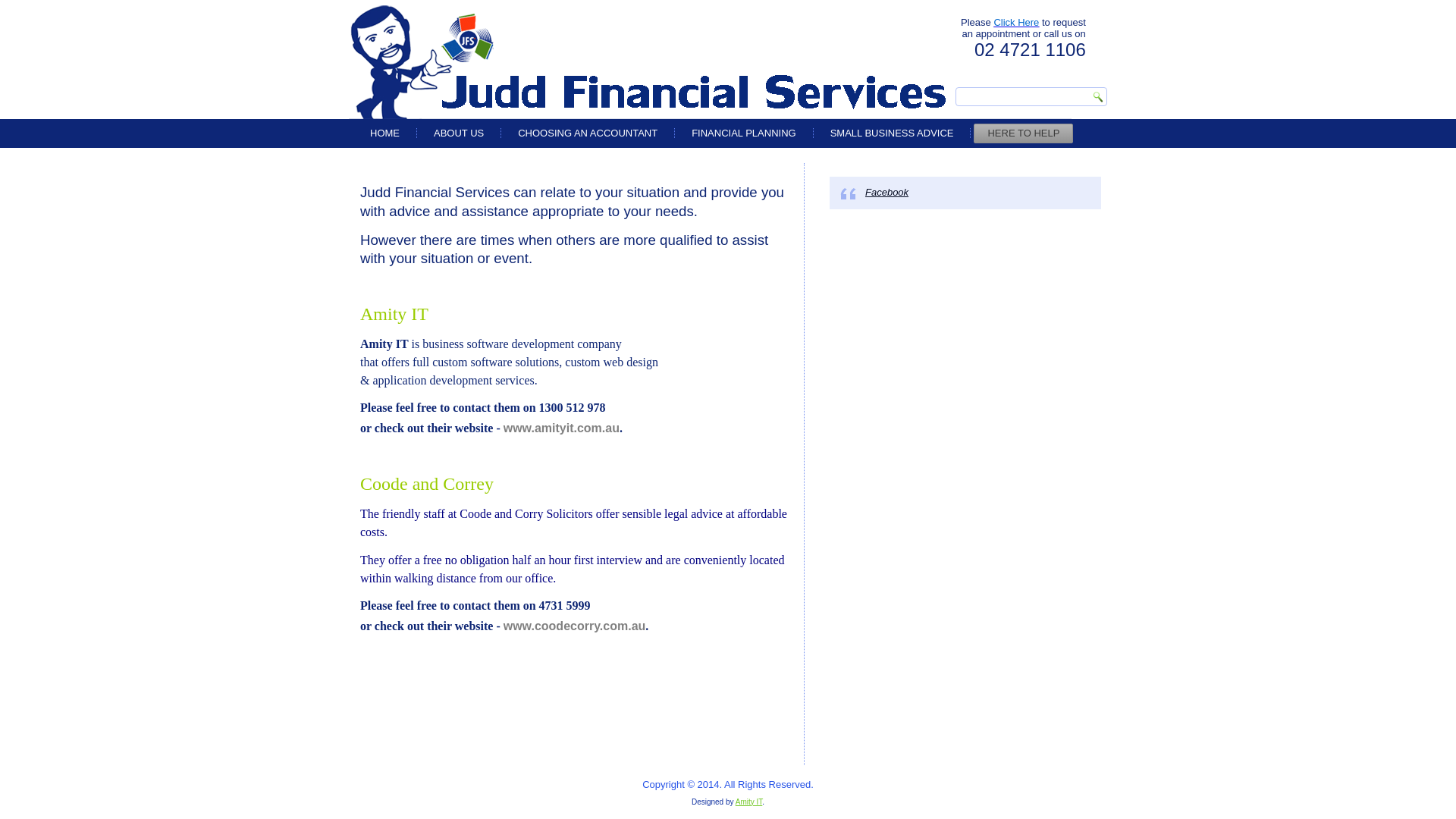 Image resolution: width=1456 pixels, height=819 pixels. I want to click on 'CHOOSING AN ACCOUNTANT', so click(586, 133).